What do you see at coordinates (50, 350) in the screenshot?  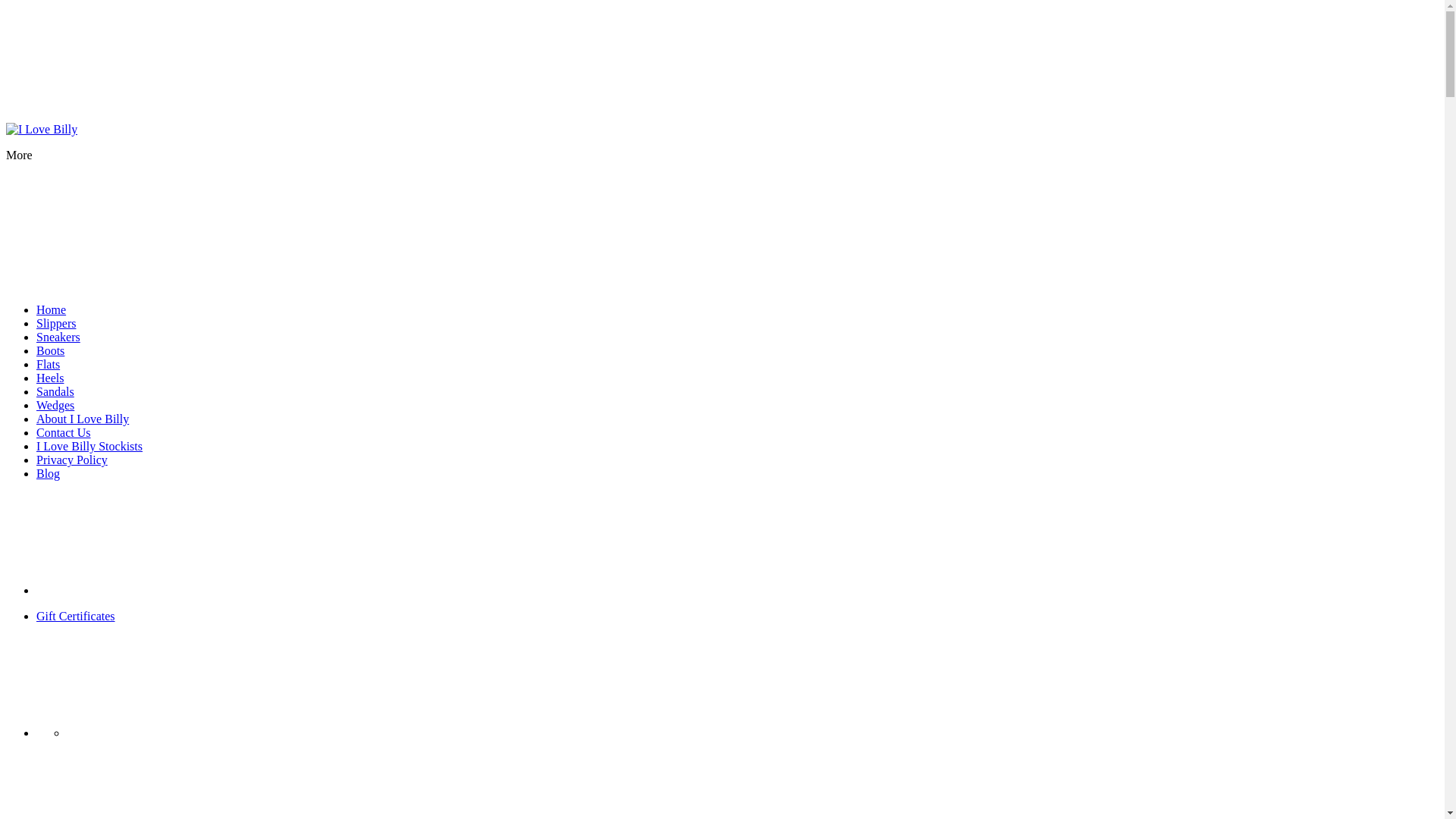 I see `'Boots'` at bounding box center [50, 350].